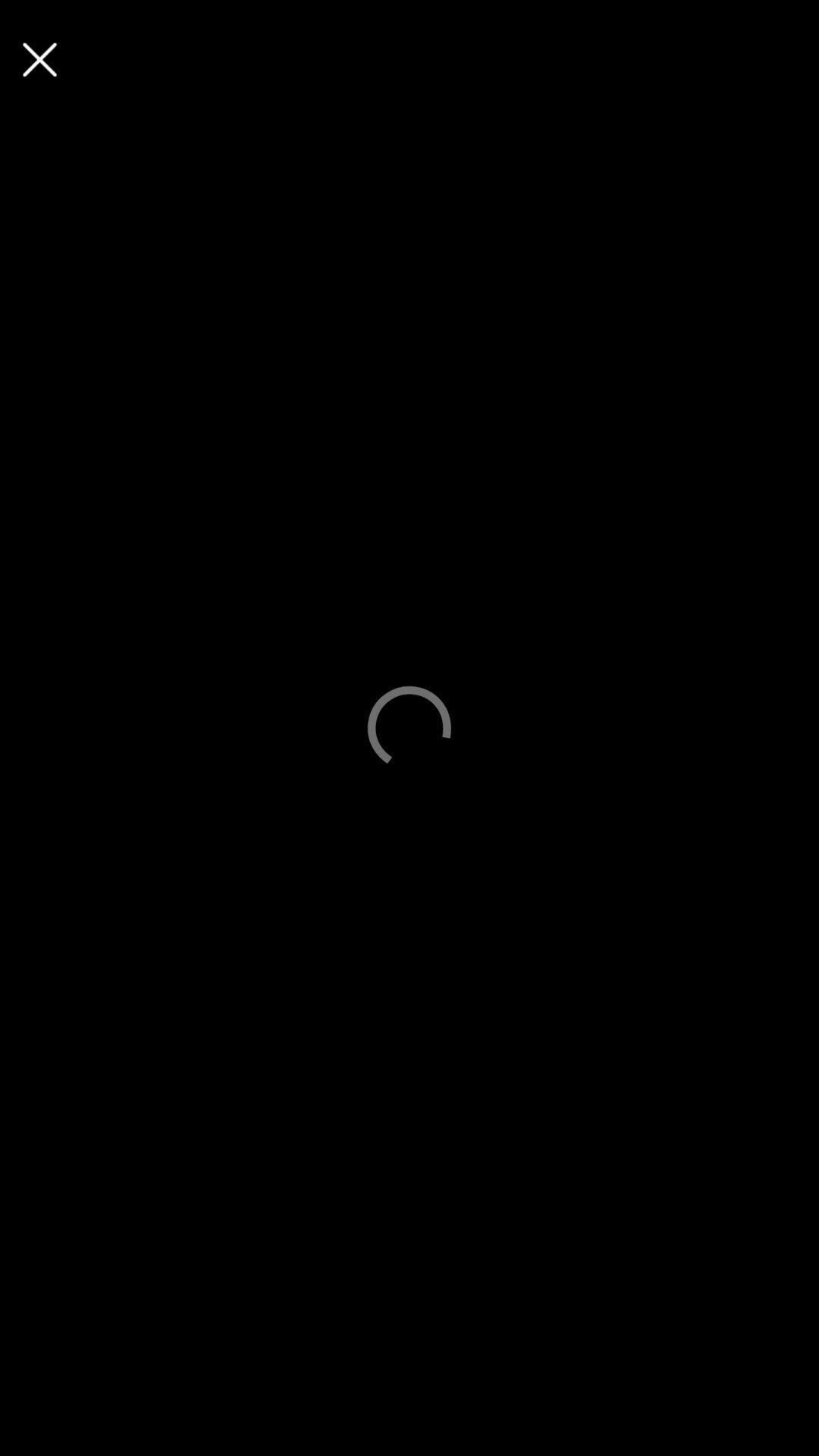 This screenshot has height=1456, width=819. I want to click on the page, so click(39, 59).